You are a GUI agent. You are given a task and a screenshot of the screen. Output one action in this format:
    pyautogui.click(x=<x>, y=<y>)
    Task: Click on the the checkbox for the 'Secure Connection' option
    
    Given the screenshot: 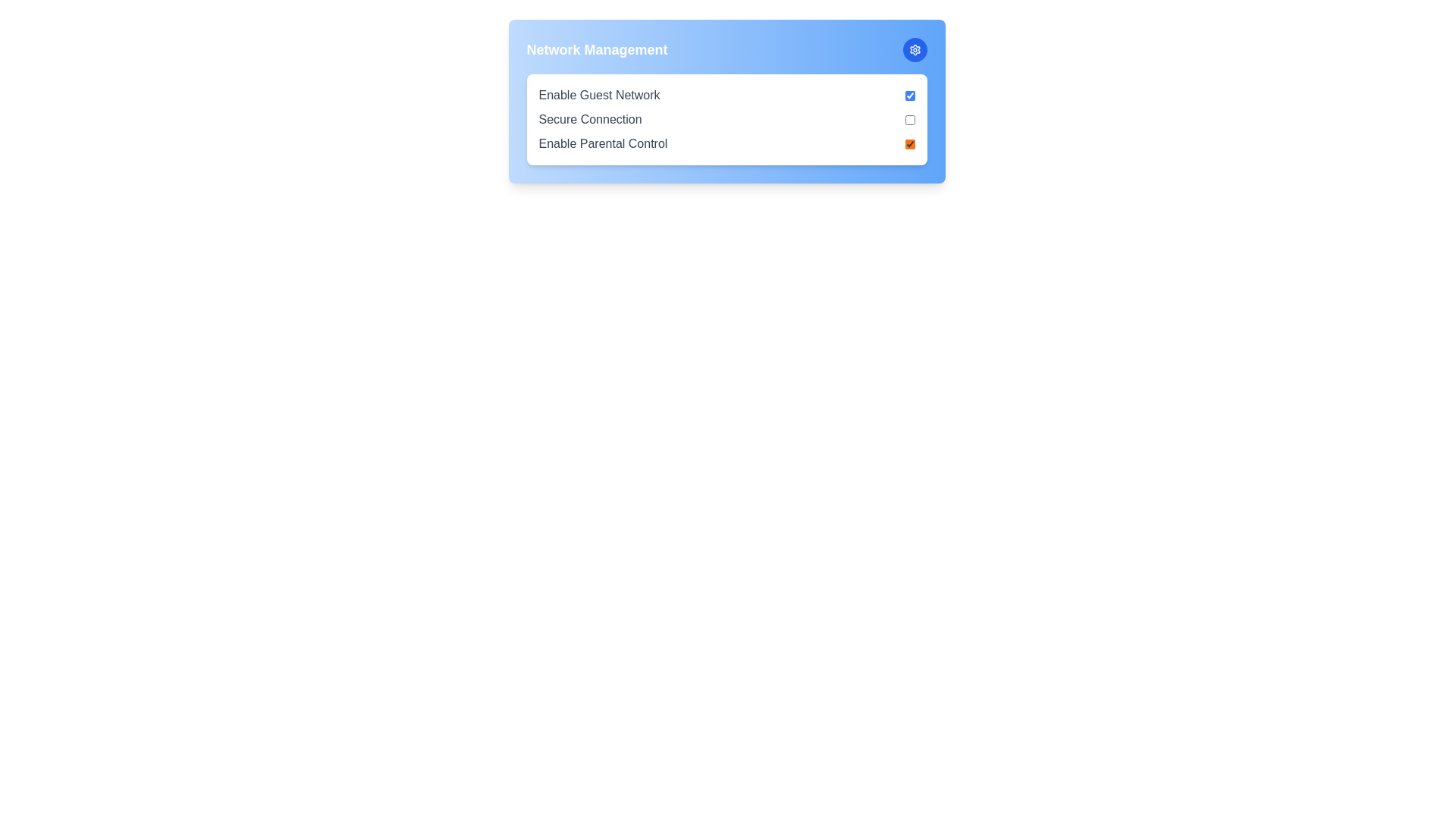 What is the action you would take?
    pyautogui.click(x=726, y=119)
    